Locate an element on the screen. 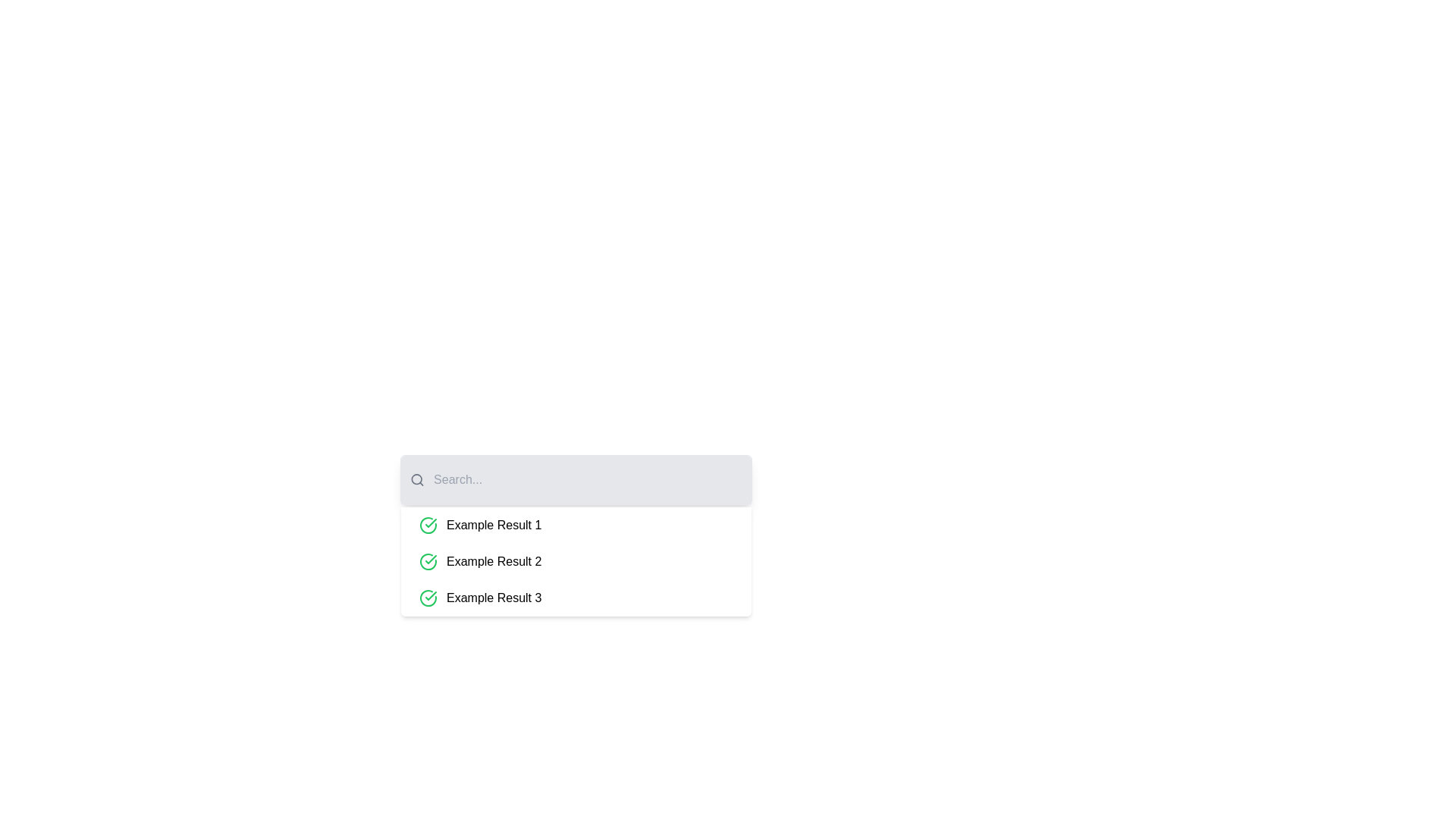  the confirmation checkmark icon located to the left of the text 'Example Result 2' in the second search result item is located at coordinates (428, 561).